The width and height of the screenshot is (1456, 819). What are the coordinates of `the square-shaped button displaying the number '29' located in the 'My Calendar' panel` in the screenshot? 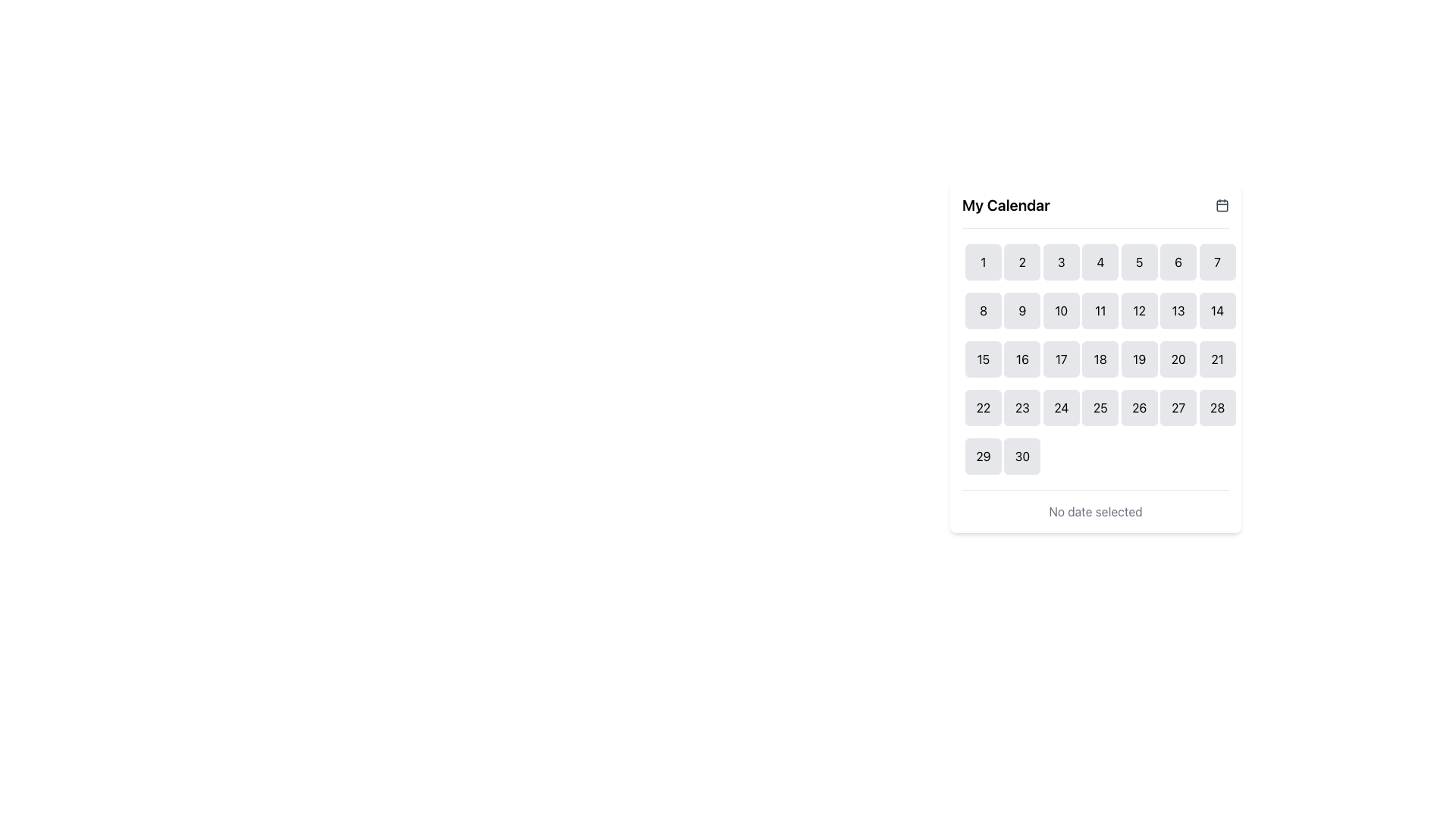 It's located at (983, 455).